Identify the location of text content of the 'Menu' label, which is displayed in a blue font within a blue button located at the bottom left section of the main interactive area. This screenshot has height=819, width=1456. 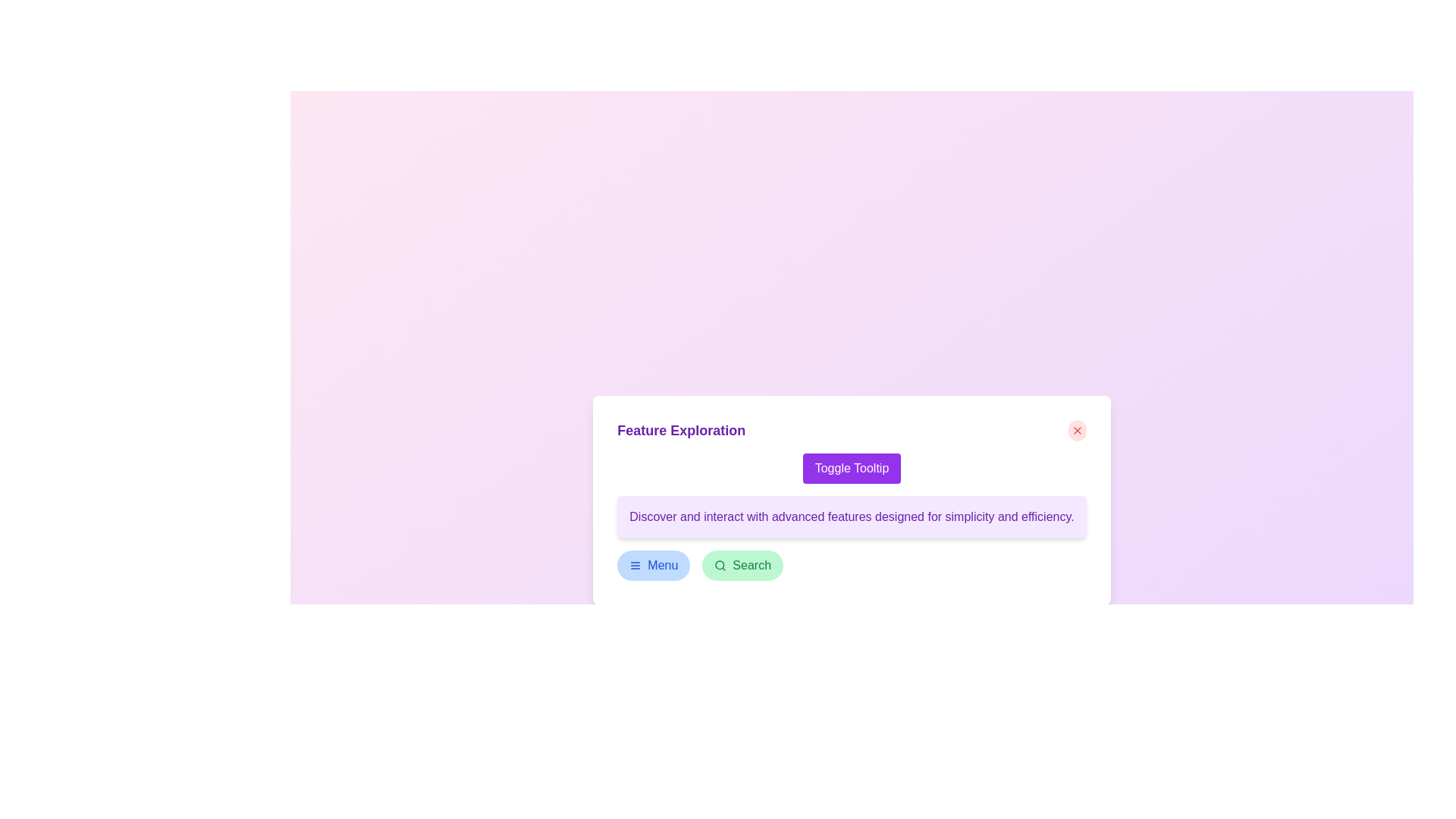
(663, 565).